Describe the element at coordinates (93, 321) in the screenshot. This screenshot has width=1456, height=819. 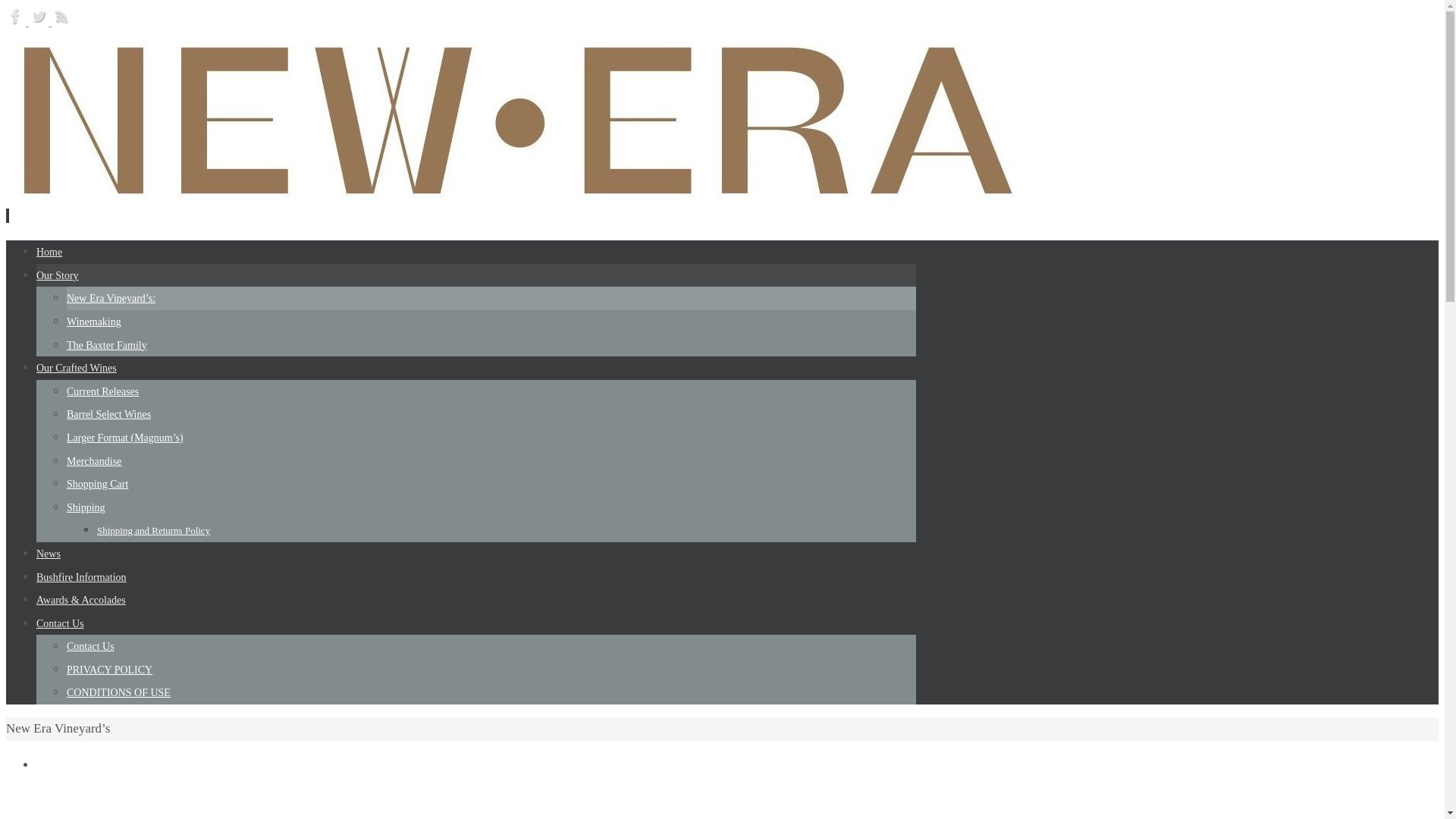
I see `'Winemaking'` at that location.